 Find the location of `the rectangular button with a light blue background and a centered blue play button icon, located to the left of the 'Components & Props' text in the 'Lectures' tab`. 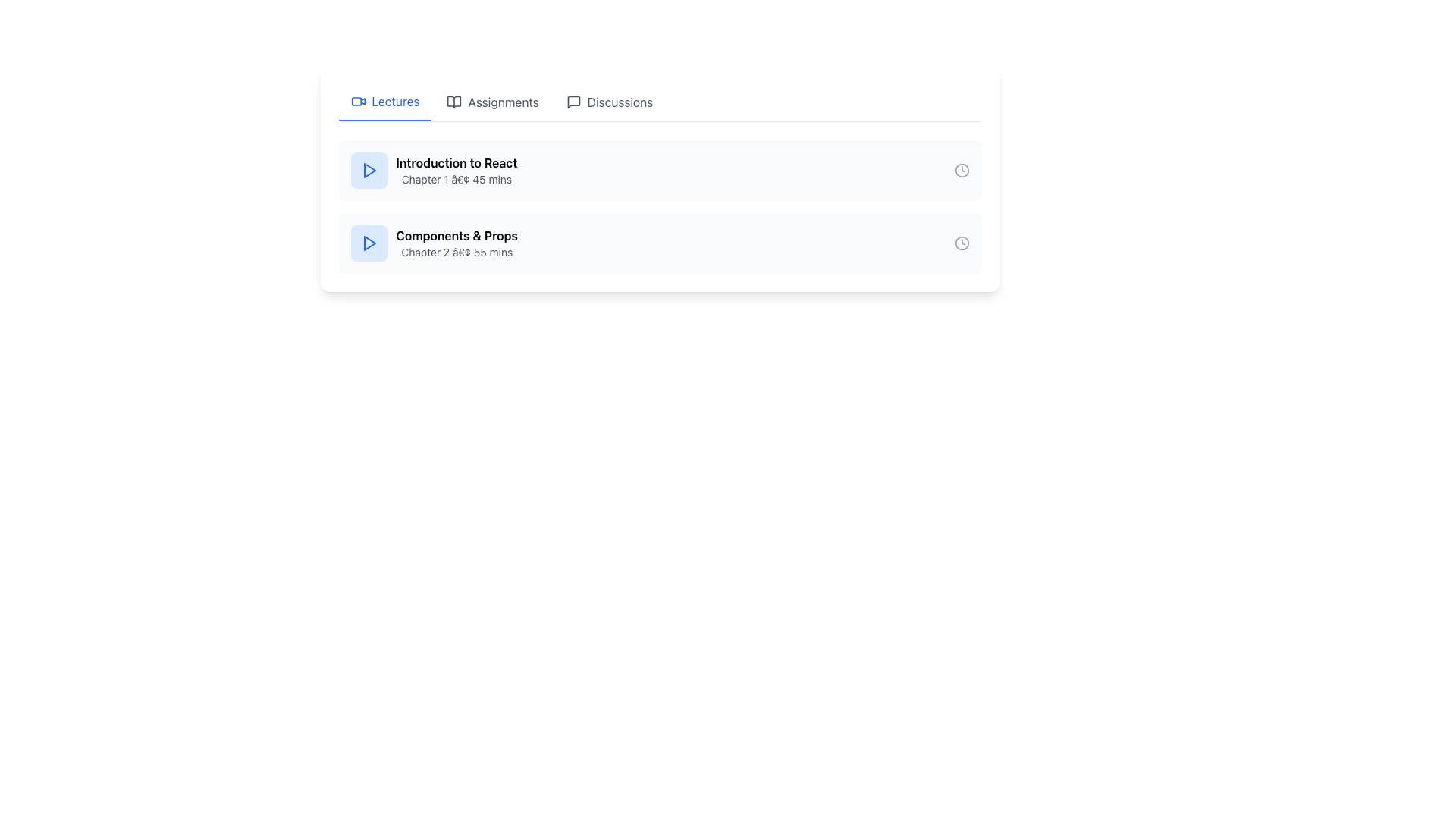

the rectangular button with a light blue background and a centered blue play button icon, located to the left of the 'Components & Props' text in the 'Lectures' tab is located at coordinates (369, 242).